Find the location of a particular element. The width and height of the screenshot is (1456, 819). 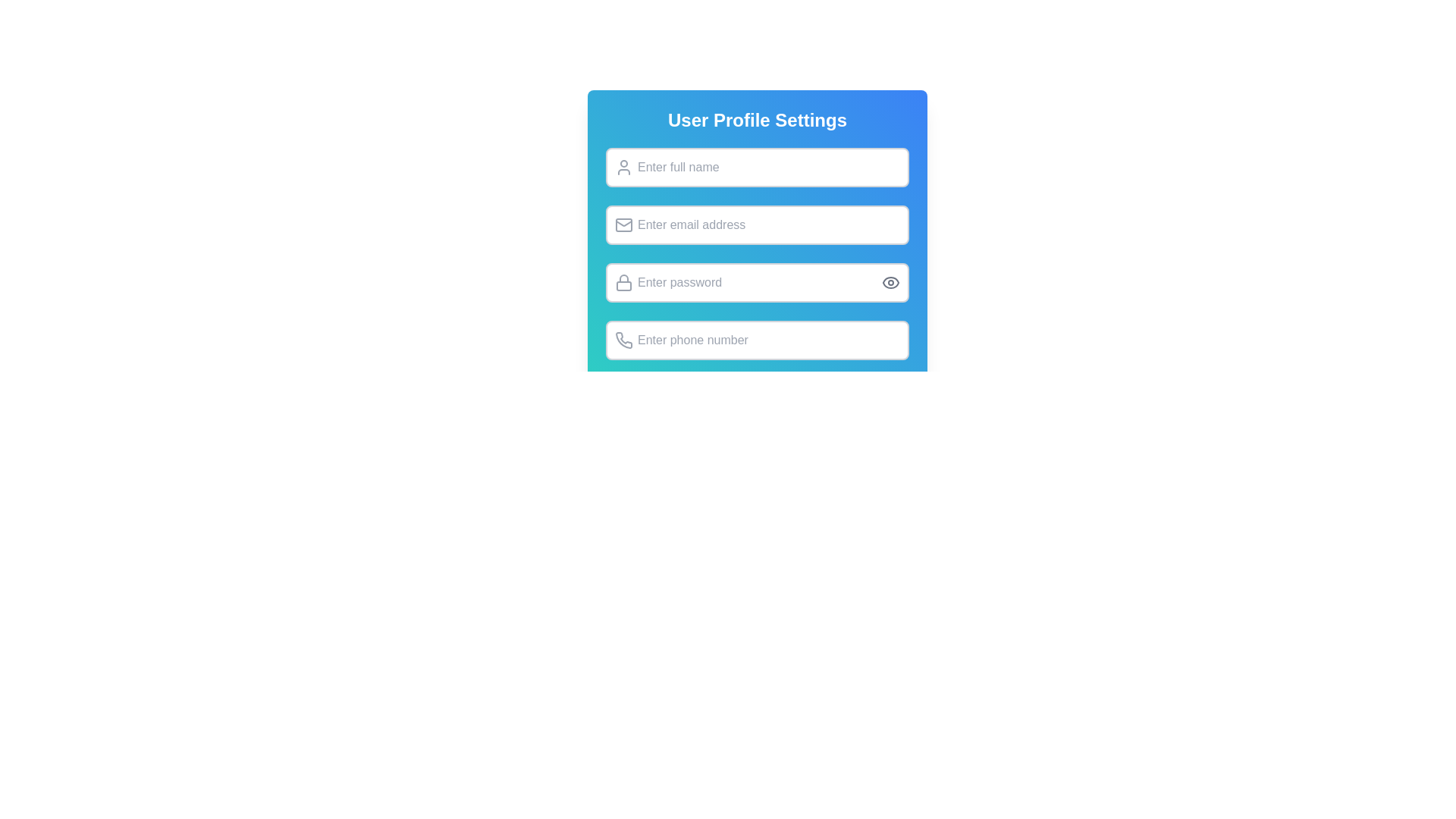

the phone icon on the left side of the input field labeled 'Enter phone number', which is the fourth field from the top in the layout is located at coordinates (624, 339).